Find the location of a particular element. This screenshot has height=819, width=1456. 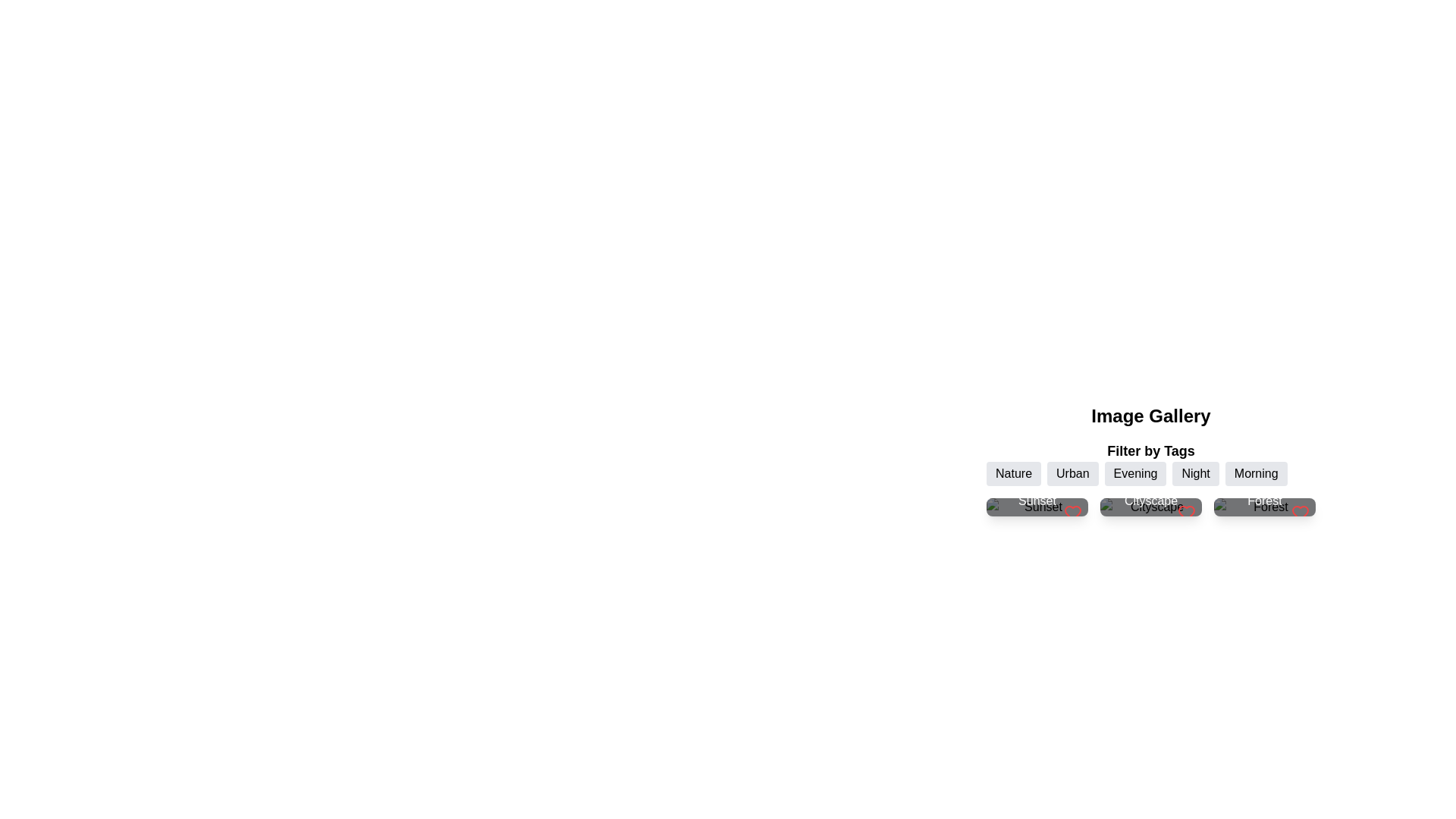

the favorite icon located in the top-right corner of the 'Sunset' card is located at coordinates (1072, 513).